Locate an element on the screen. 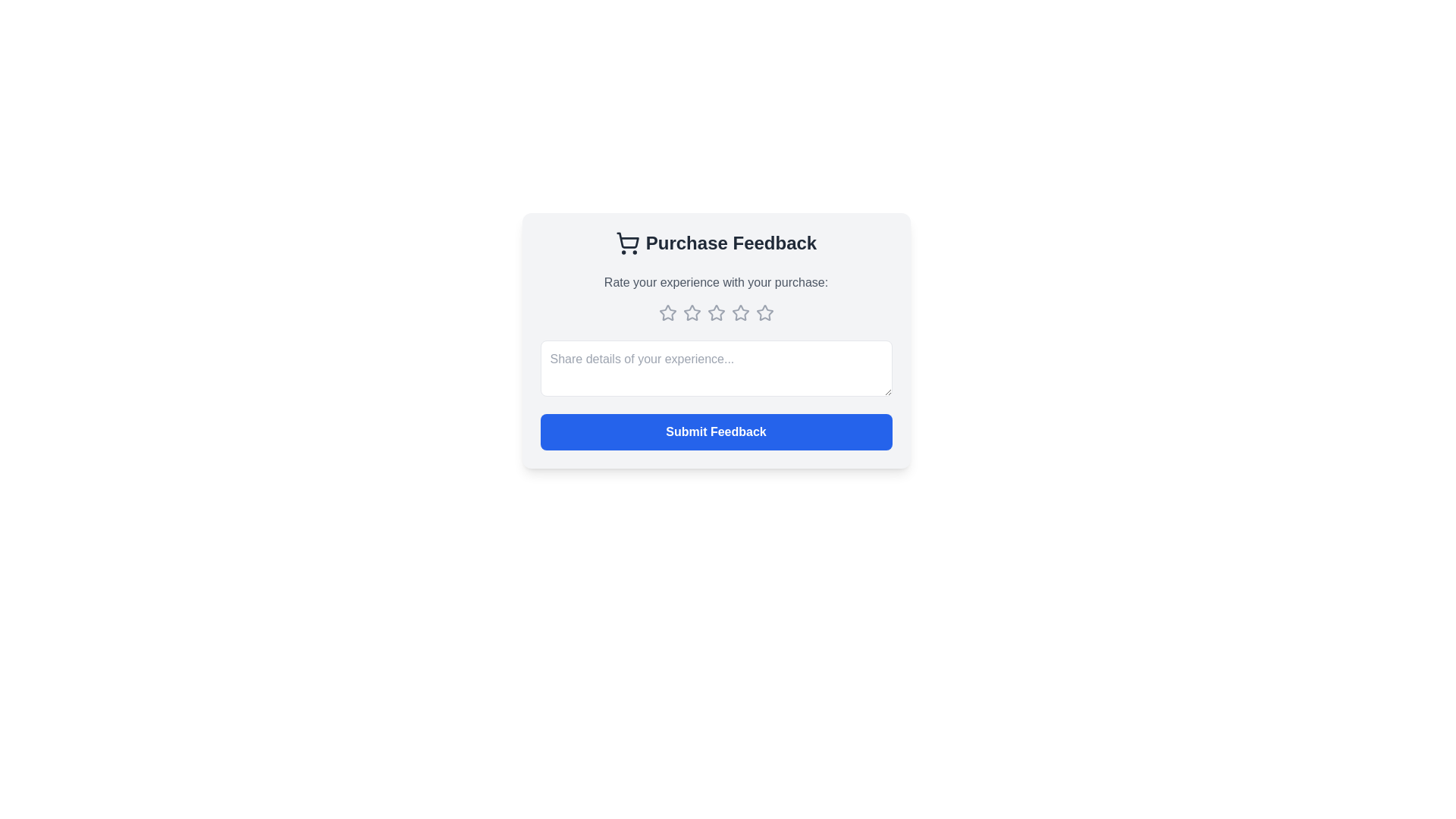 Image resolution: width=1456 pixels, height=819 pixels. from the center of the third clickable star icon in the rating section of the feedback form for potential other interactions is located at coordinates (715, 312).